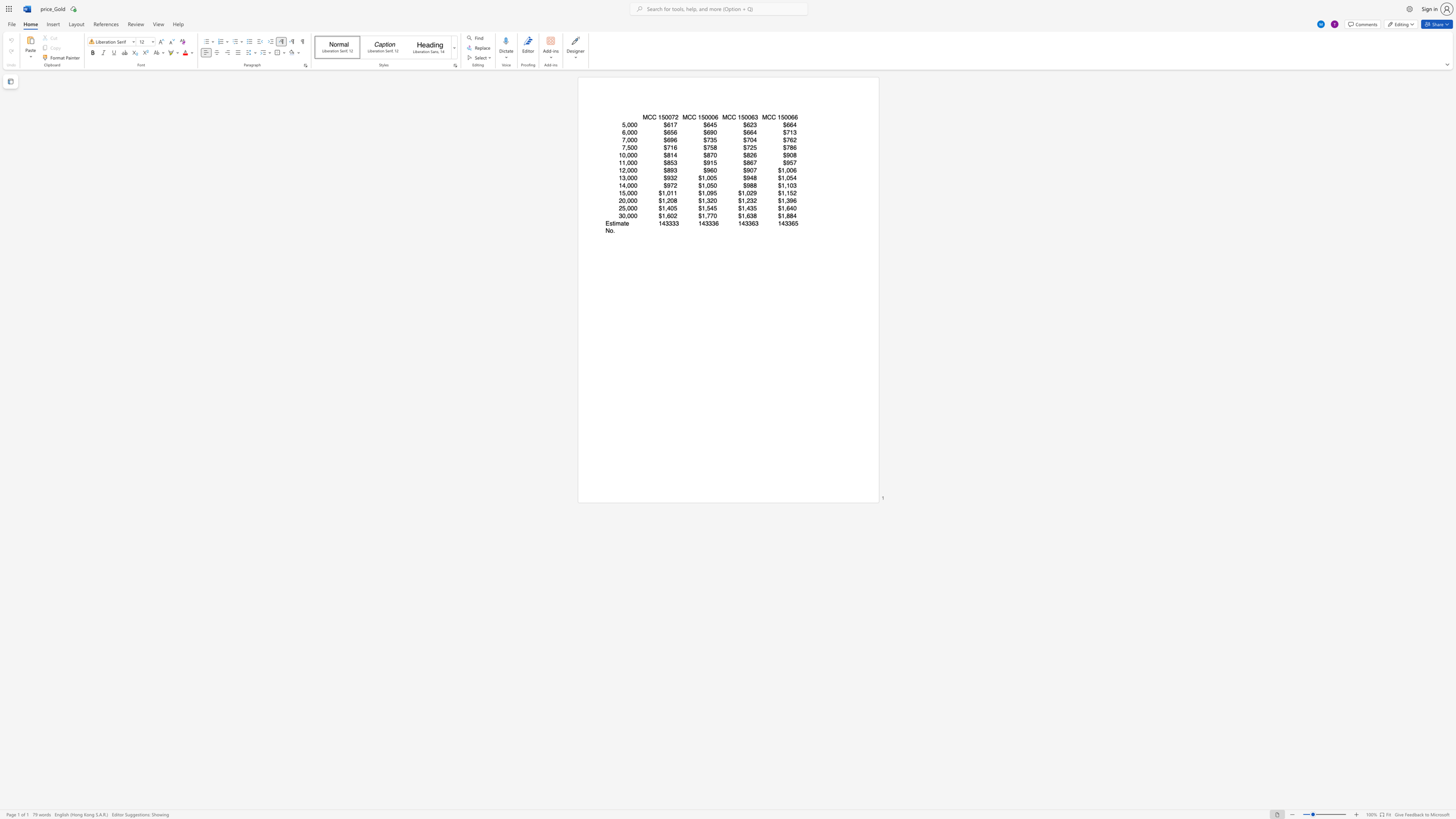 The image size is (1456, 819). Describe the element at coordinates (741, 117) in the screenshot. I see `the subset text "50" within the text "MCC 150063"` at that location.